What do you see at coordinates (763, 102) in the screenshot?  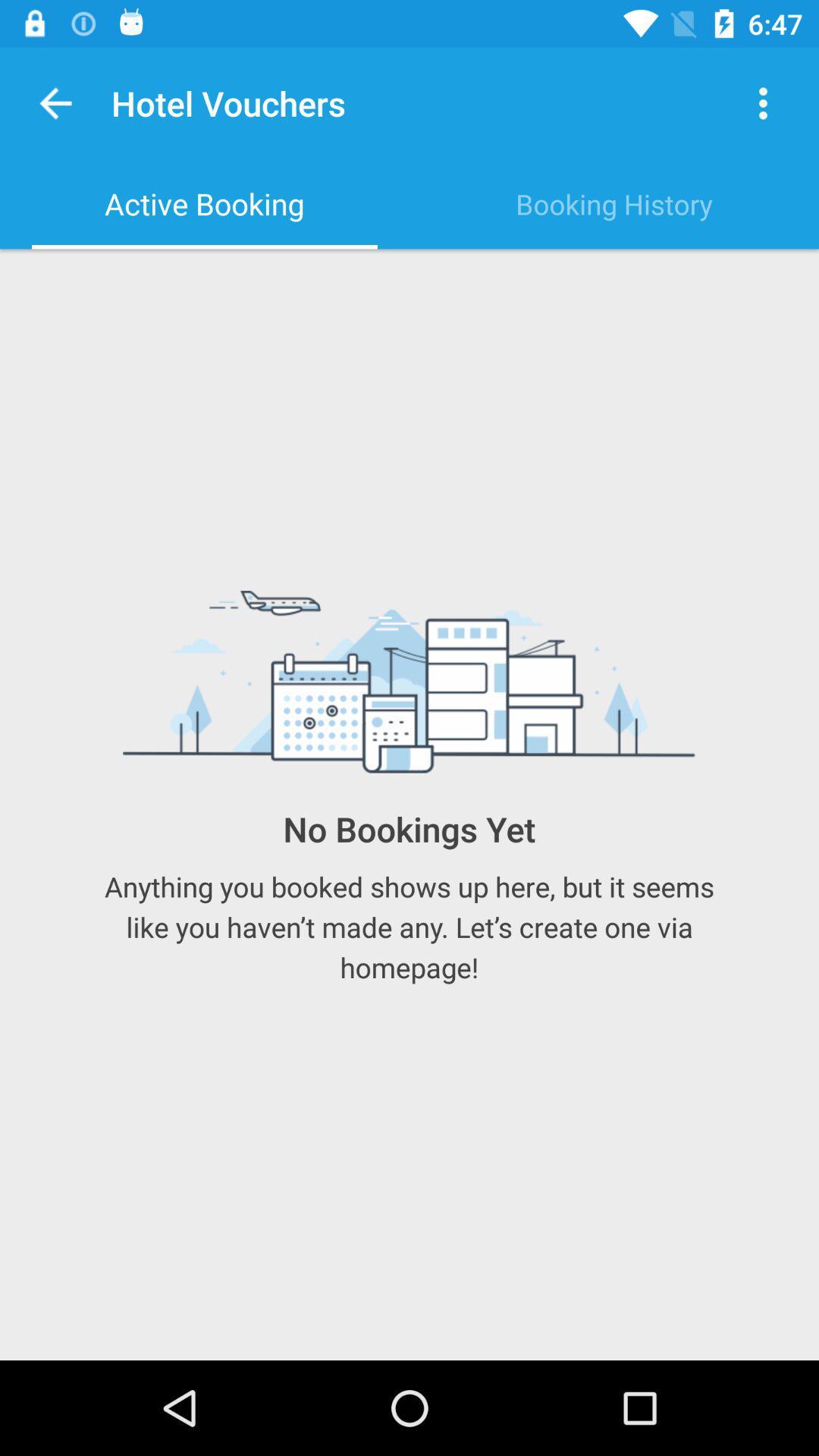 I see `menu` at bounding box center [763, 102].